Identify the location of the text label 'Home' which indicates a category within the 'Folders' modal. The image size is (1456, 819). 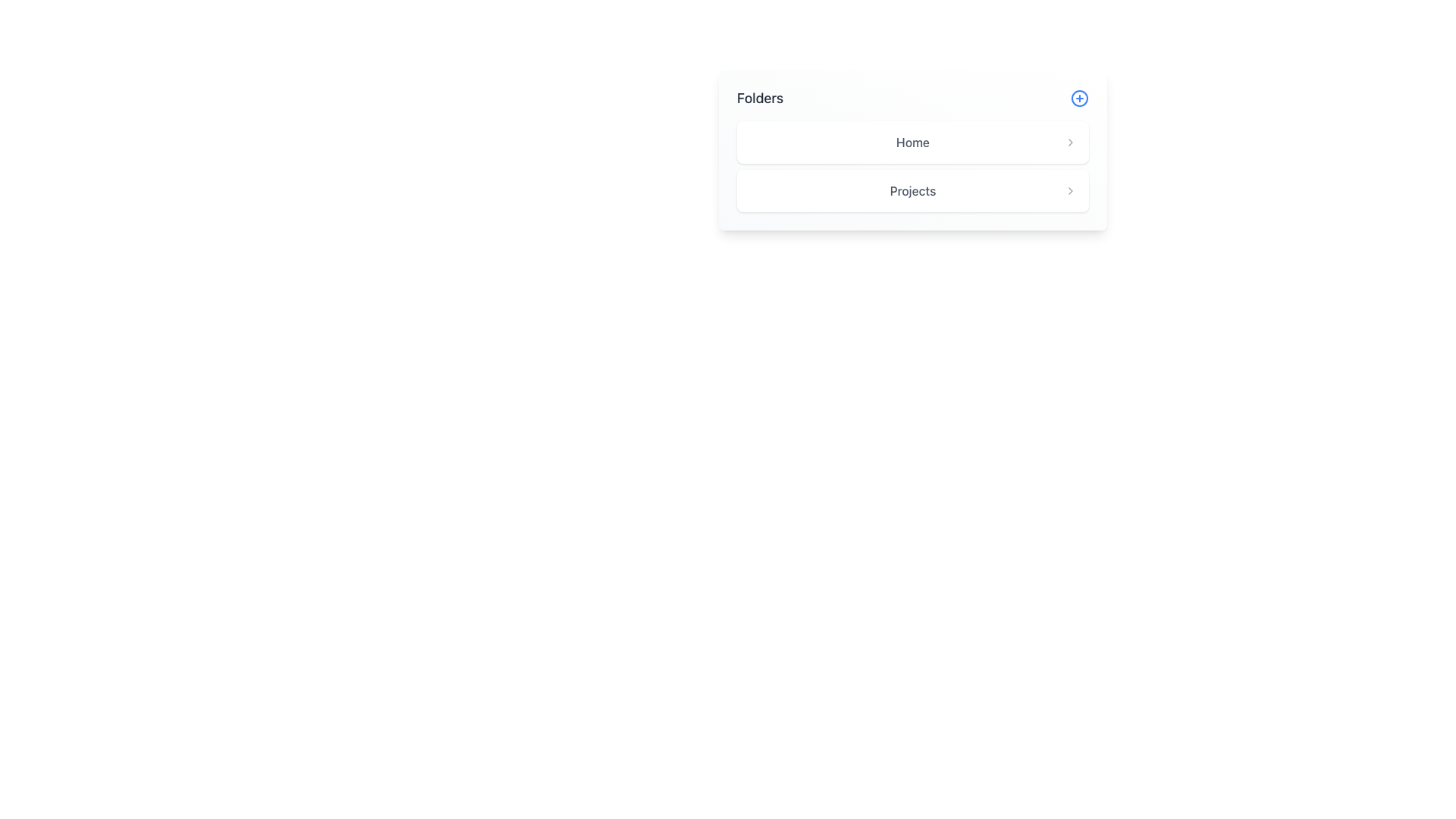
(912, 143).